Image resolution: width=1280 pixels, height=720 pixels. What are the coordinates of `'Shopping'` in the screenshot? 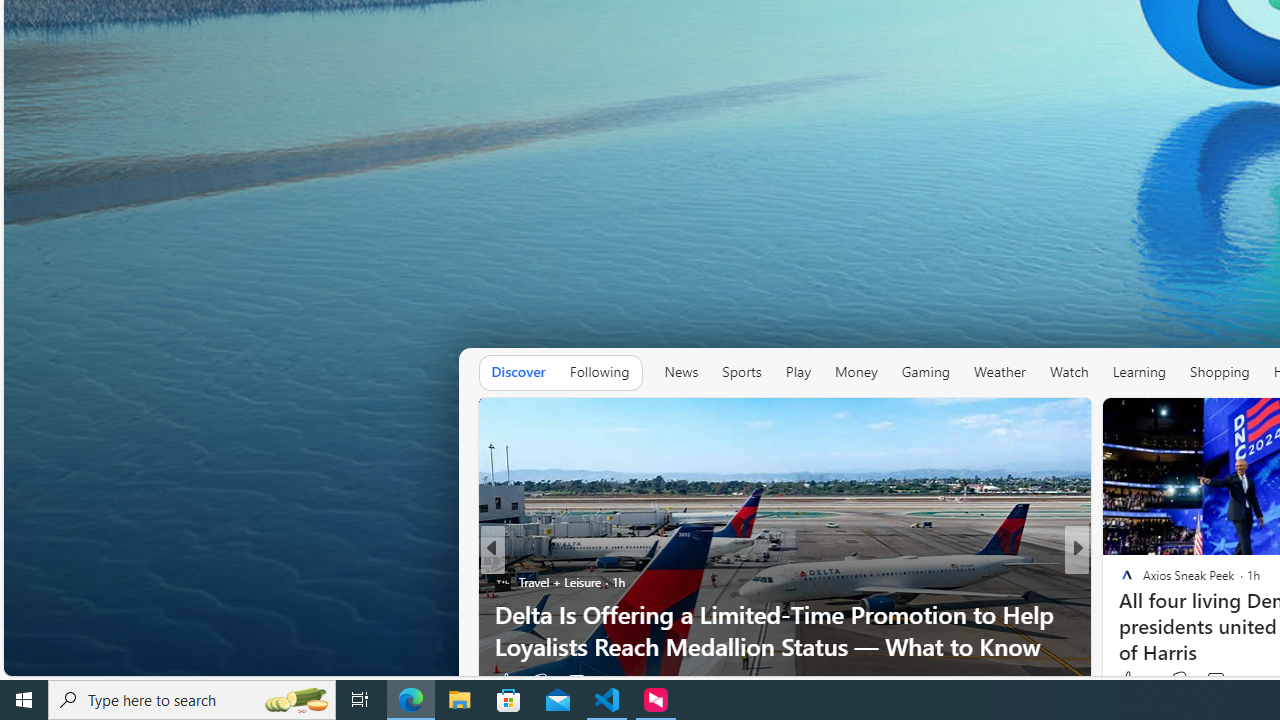 It's located at (1218, 372).